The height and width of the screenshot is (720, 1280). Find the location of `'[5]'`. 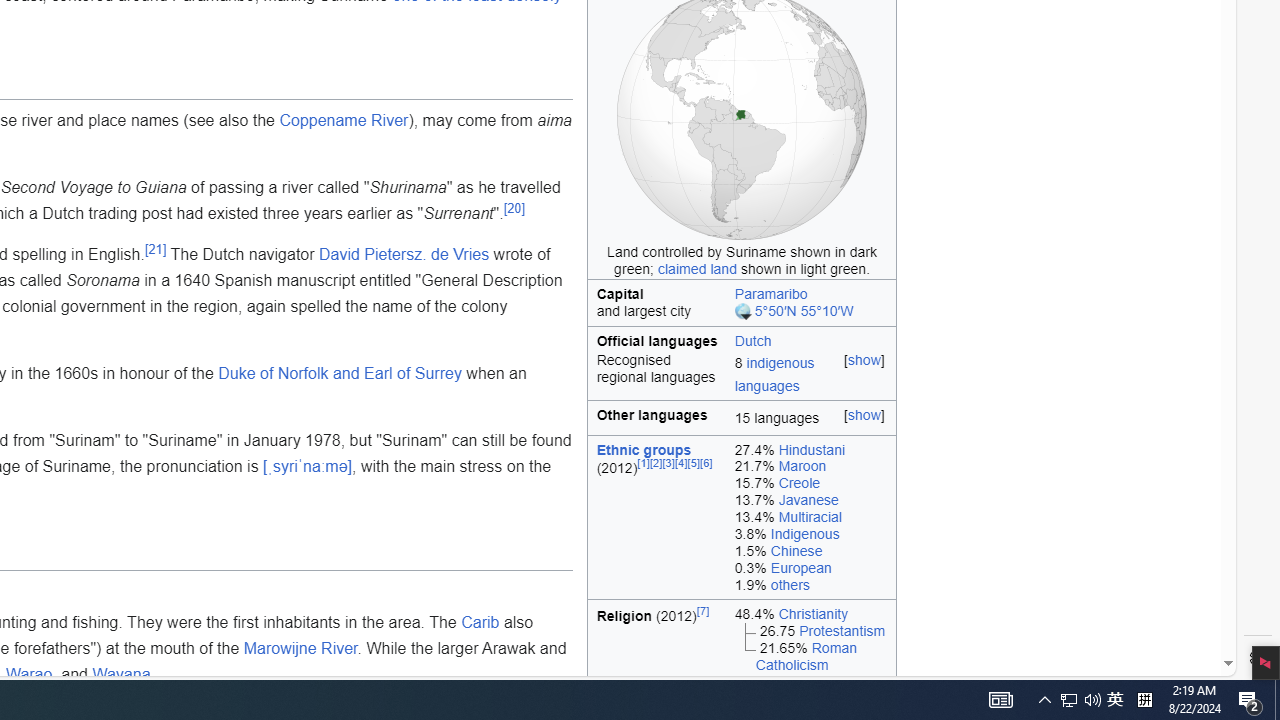

'[5]' is located at coordinates (694, 463).